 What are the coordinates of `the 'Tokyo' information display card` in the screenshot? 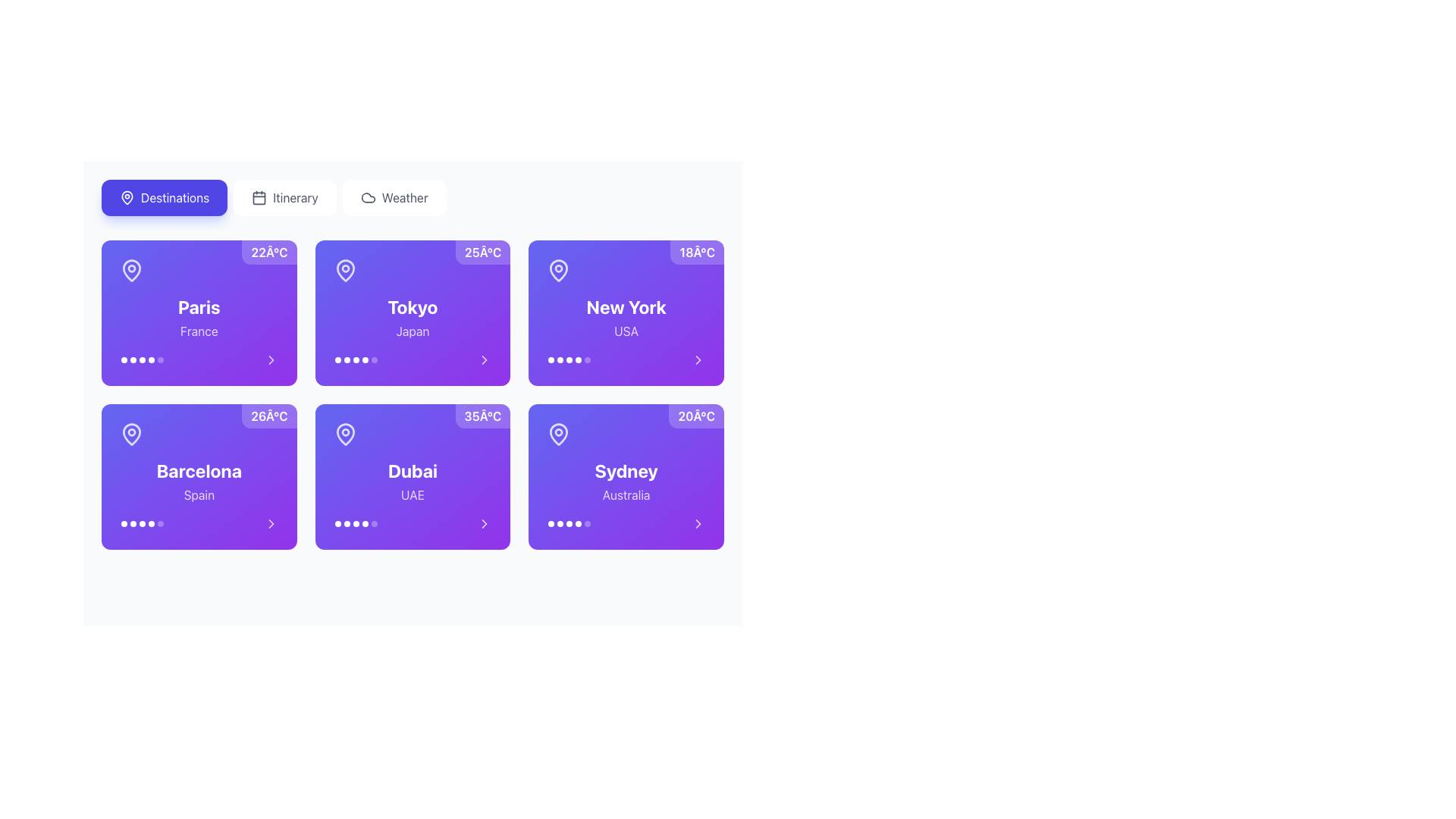 It's located at (413, 312).